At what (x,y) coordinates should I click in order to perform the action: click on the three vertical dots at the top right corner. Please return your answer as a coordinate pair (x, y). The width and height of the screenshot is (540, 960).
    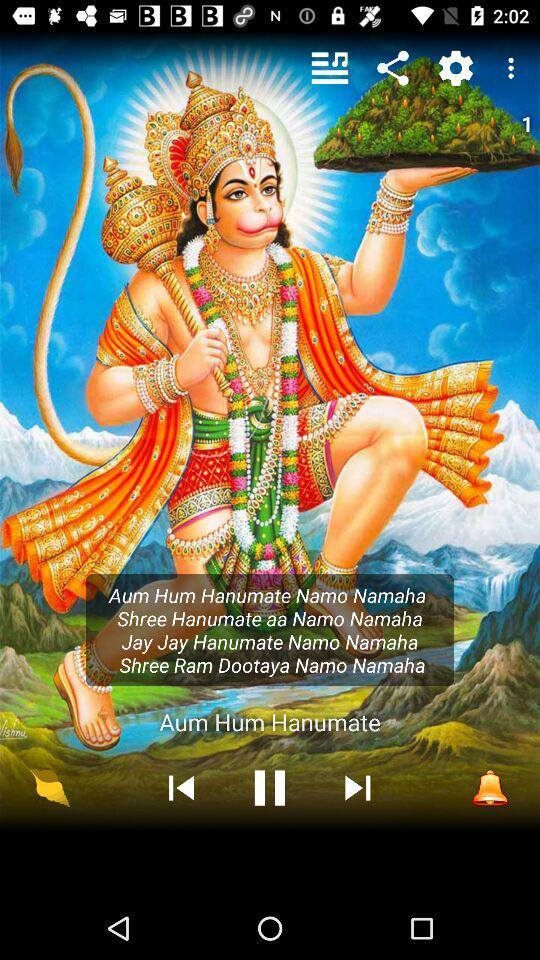
    Looking at the image, I should click on (514, 68).